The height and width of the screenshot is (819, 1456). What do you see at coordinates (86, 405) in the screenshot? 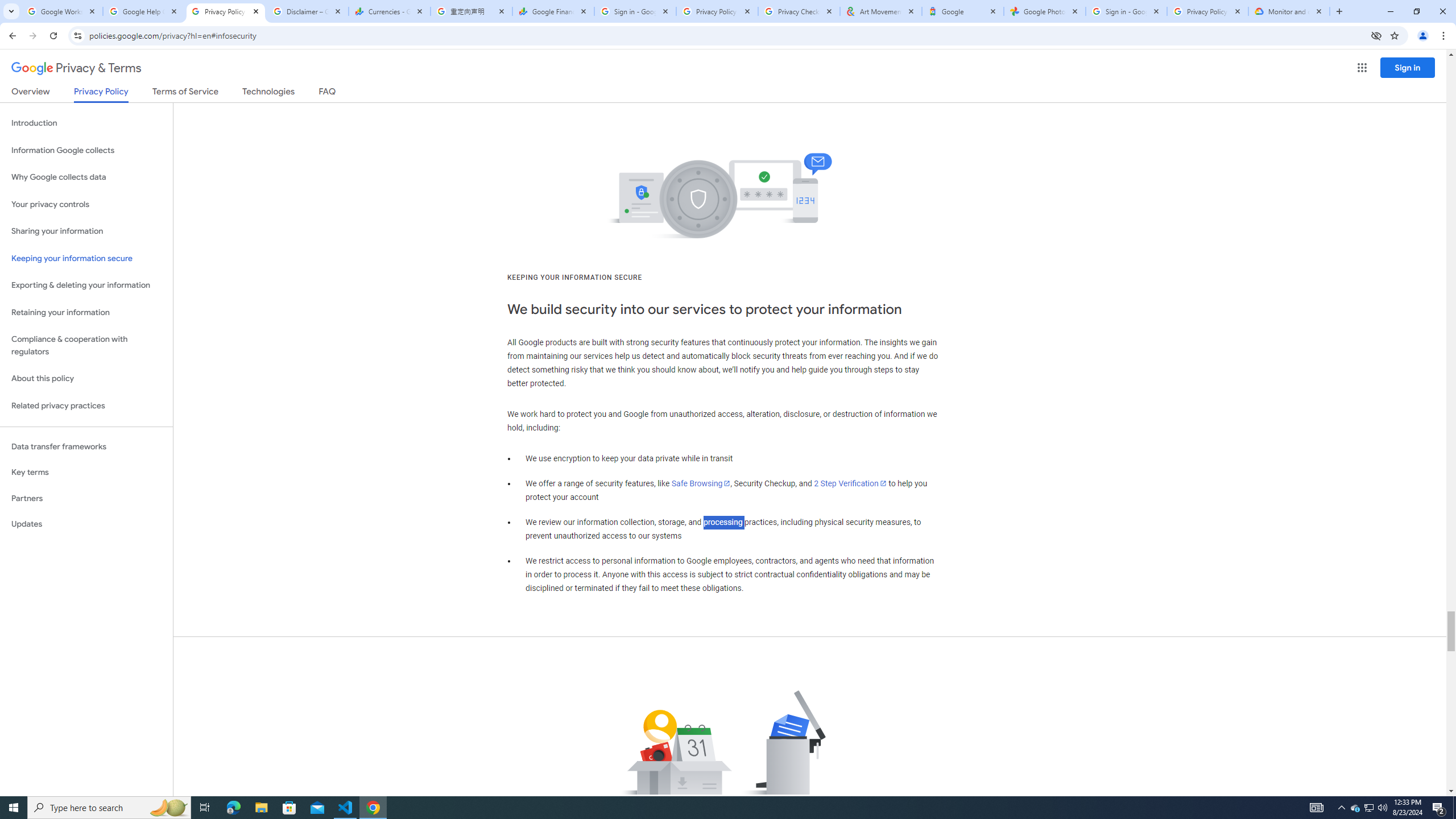
I see `'Related privacy practices'` at bounding box center [86, 405].